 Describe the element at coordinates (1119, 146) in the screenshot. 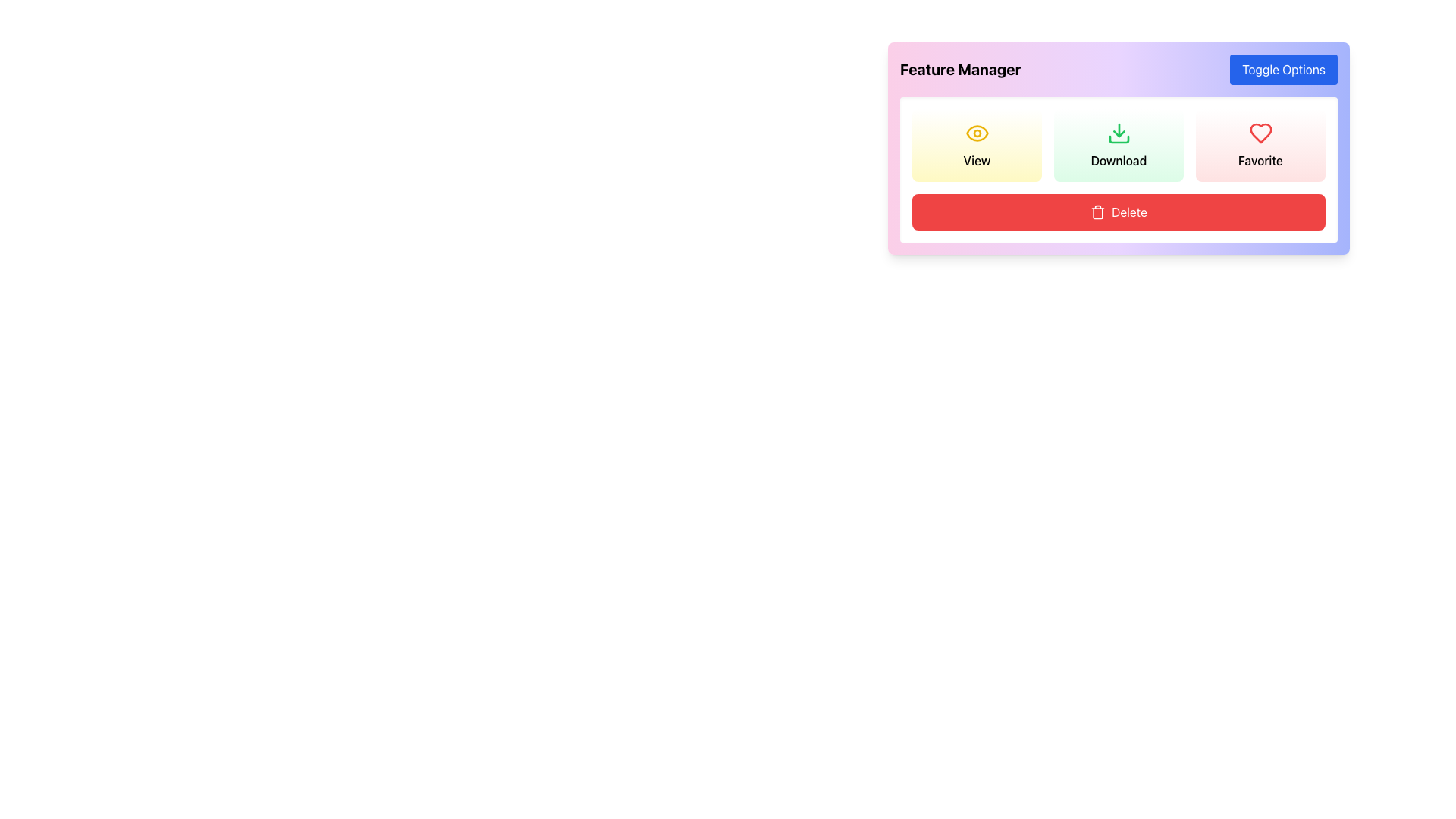

I see `the 'Download' button, which is located in the central column of a grid layout, featuring a green downward arrow icon and a label styled with a green gradient background` at that location.